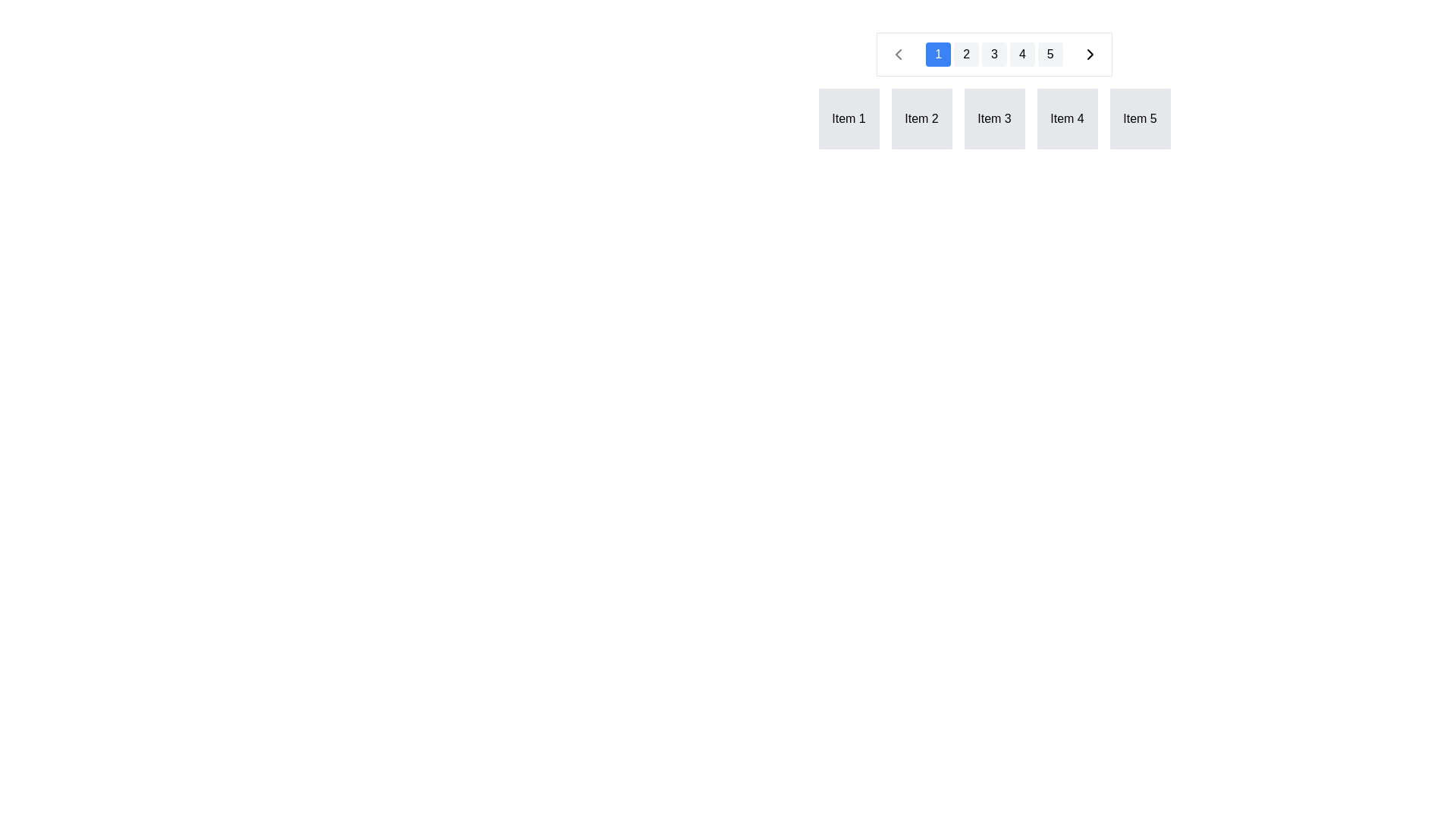 The height and width of the screenshot is (819, 1456). I want to click on the first navigation button at the top of the interface, so click(937, 54).